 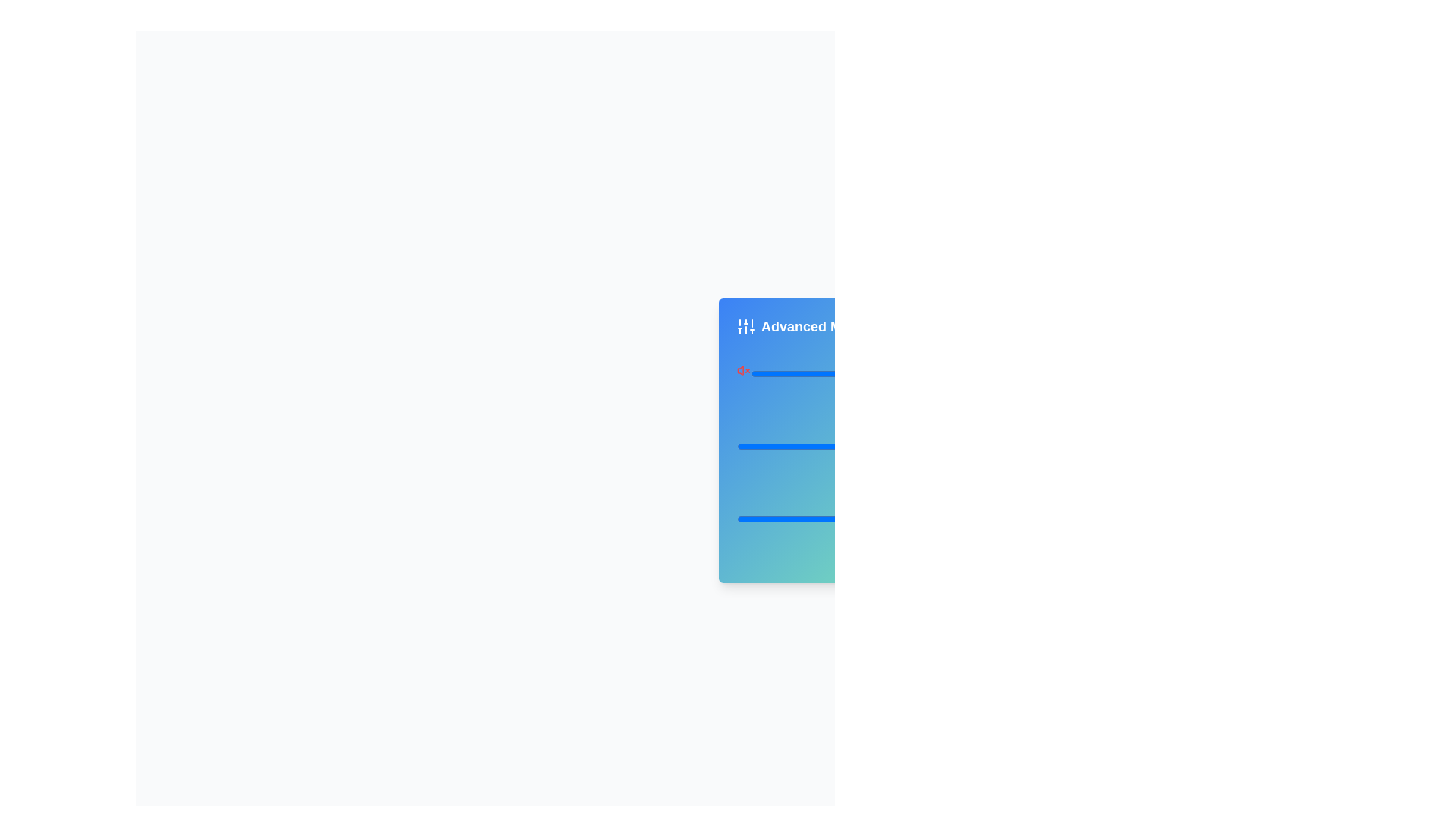 What do you see at coordinates (770, 519) in the screenshot?
I see `slider value` at bounding box center [770, 519].